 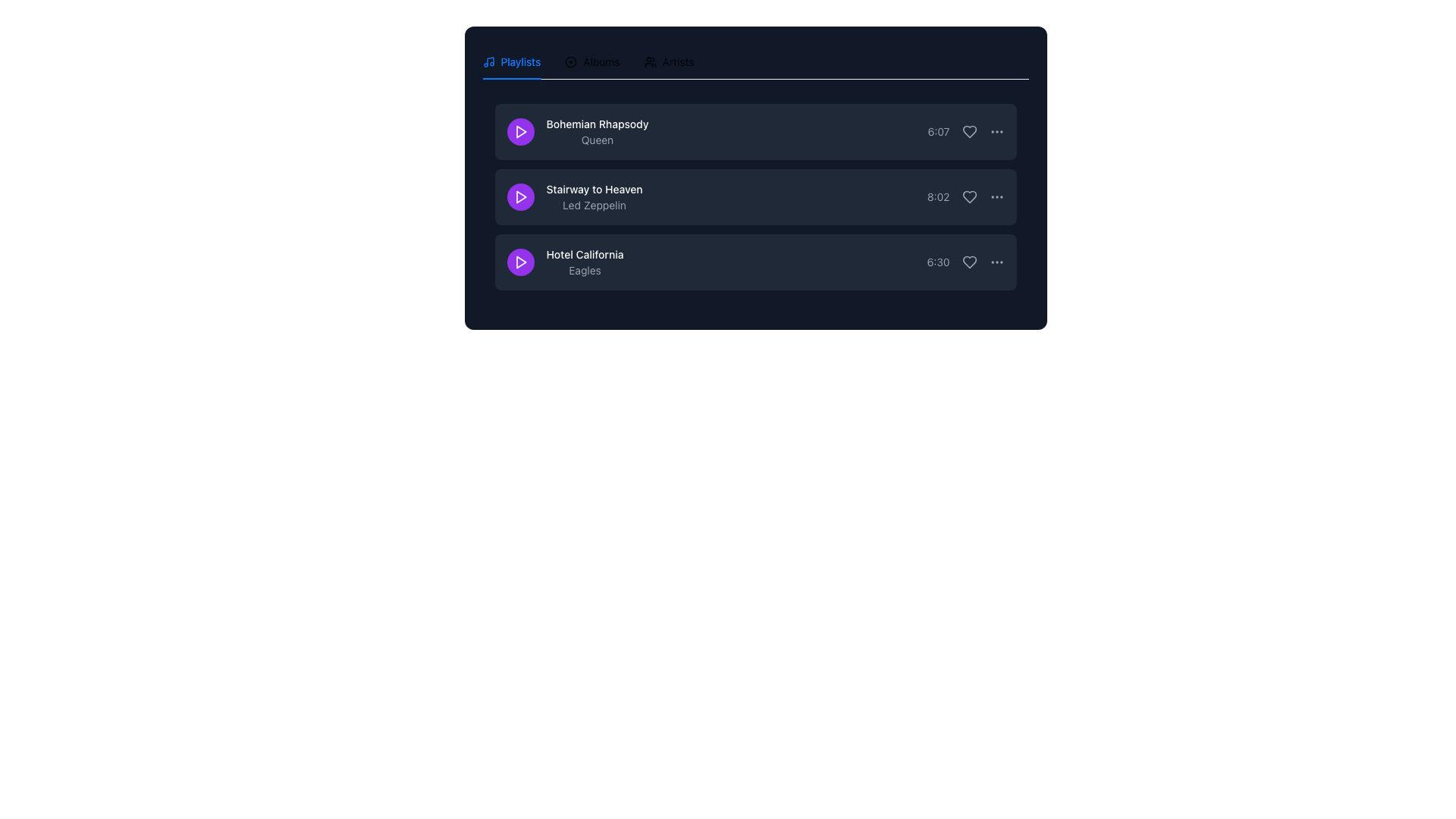 What do you see at coordinates (520, 262) in the screenshot?
I see `the play icon button (a triangular purple icon with a white outline) located in the third row of the playlist interface under 'Hotel California' by the Eagles` at bounding box center [520, 262].